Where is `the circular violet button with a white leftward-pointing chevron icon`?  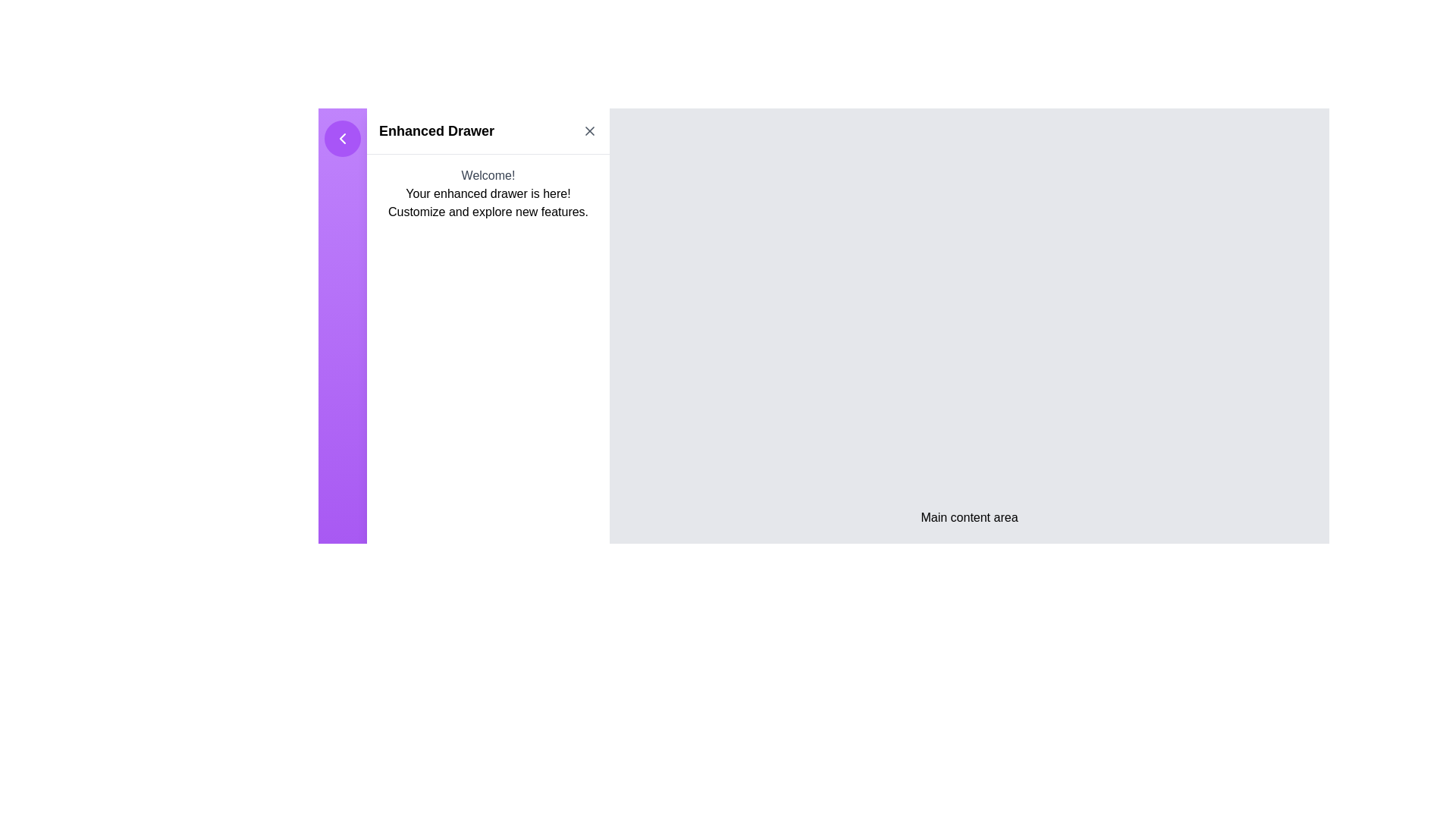
the circular violet button with a white leftward-pointing chevron icon is located at coordinates (341, 138).